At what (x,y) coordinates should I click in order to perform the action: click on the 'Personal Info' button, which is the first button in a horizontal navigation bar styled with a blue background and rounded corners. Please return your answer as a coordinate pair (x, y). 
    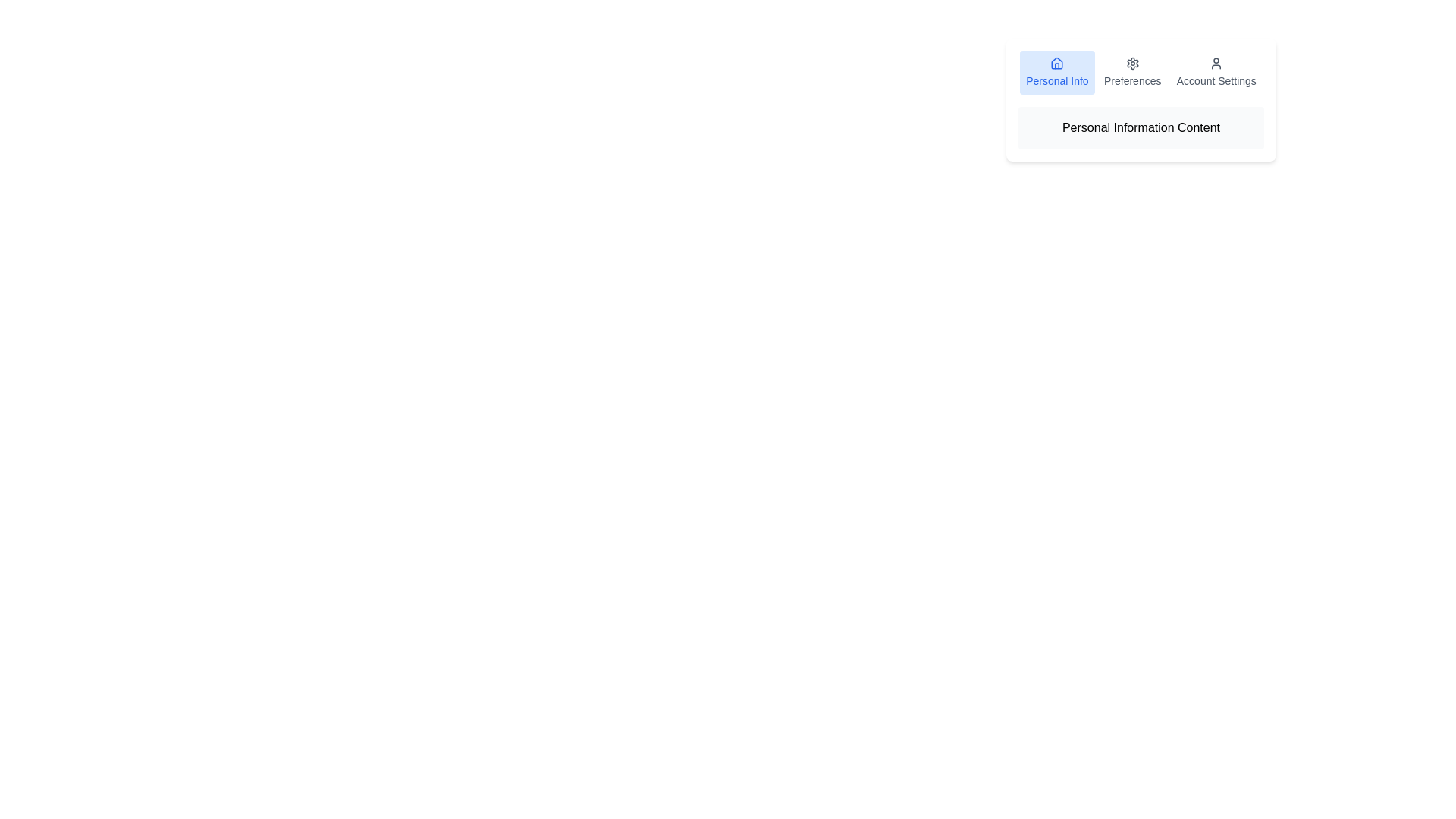
    Looking at the image, I should click on (1056, 73).